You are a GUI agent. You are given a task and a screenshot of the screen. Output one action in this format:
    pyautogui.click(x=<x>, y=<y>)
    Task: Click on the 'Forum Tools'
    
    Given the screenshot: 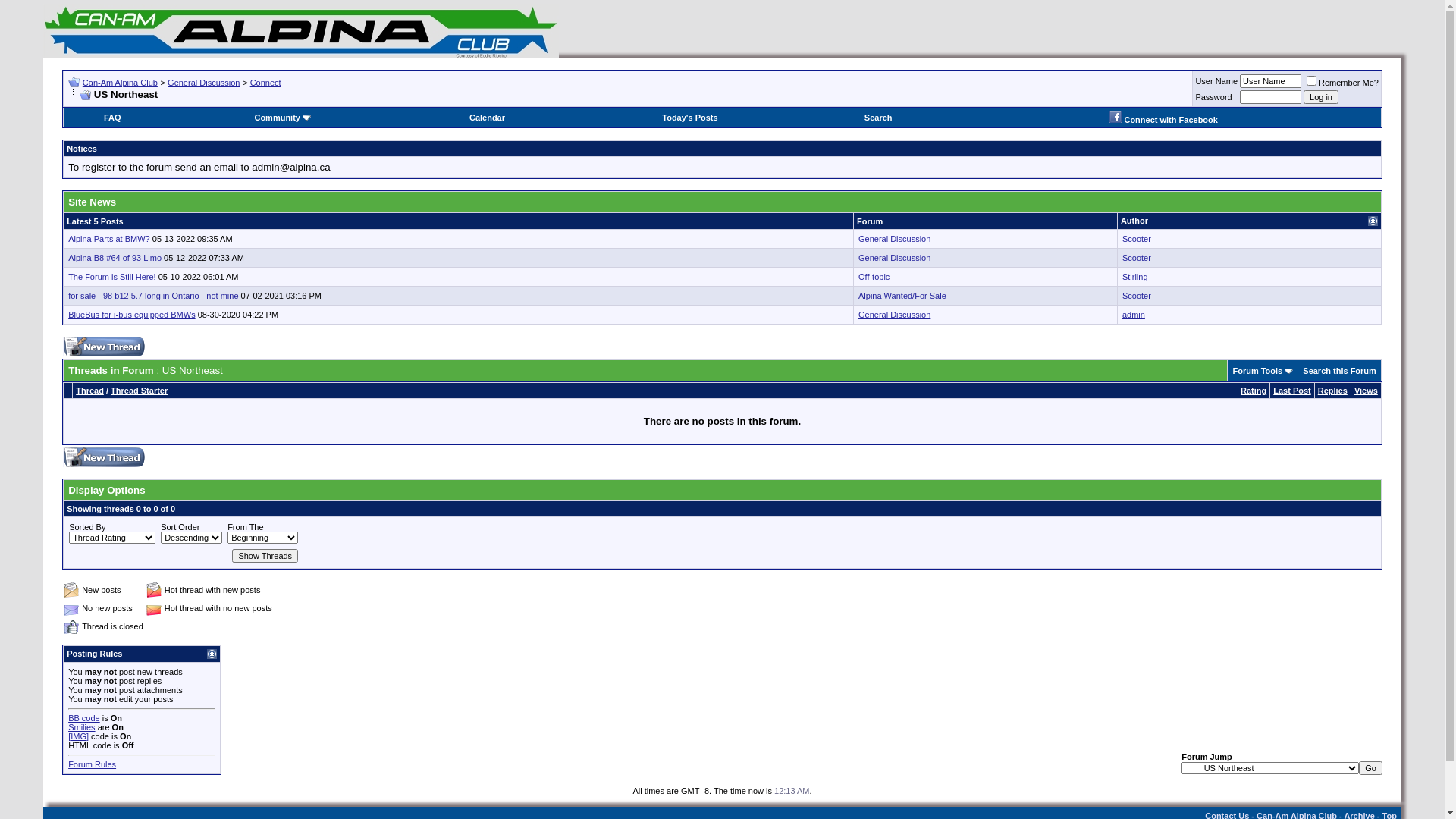 What is the action you would take?
    pyautogui.click(x=1257, y=370)
    